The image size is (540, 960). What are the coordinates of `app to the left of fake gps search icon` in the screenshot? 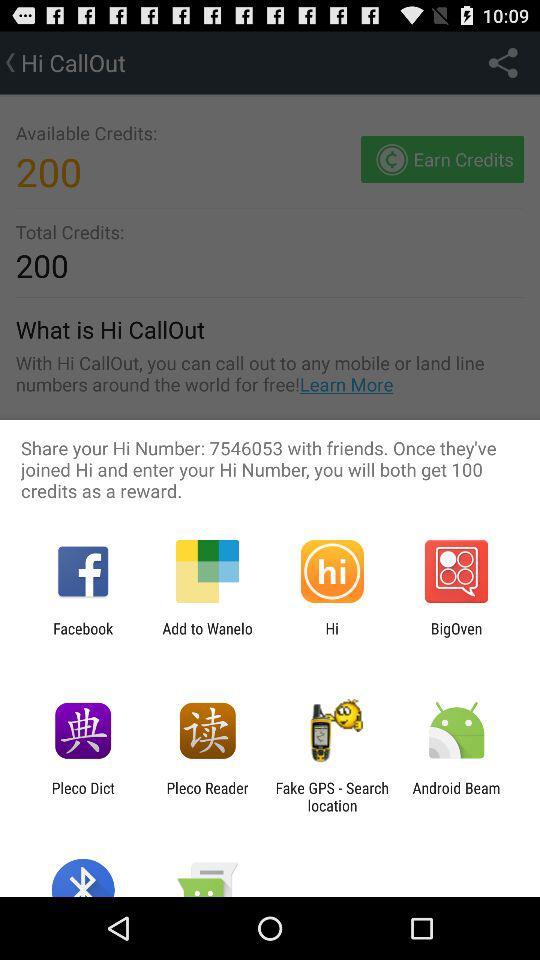 It's located at (206, 796).